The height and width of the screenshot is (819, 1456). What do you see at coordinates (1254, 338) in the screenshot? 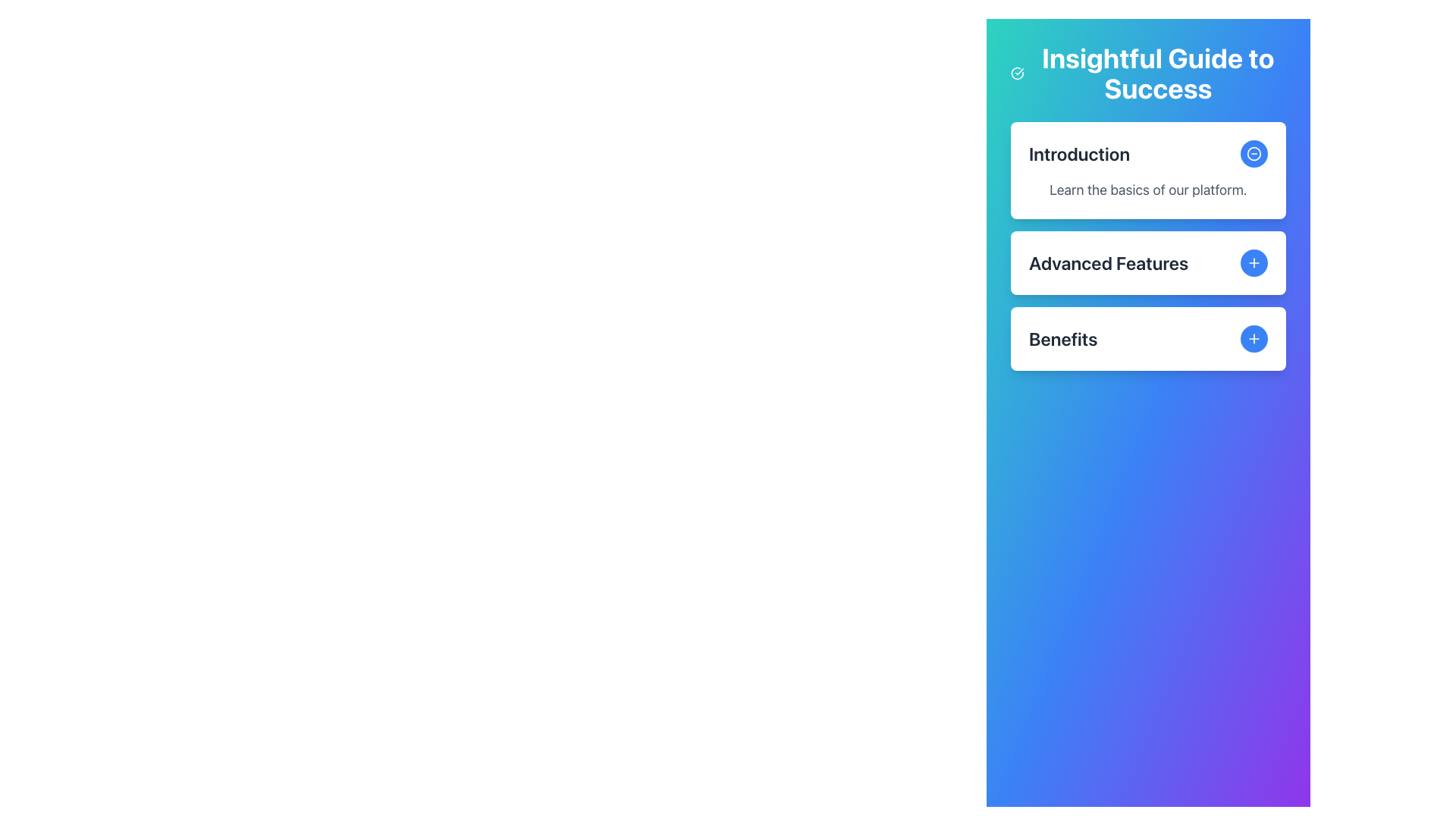
I see `the button located to the right of the 'Benefits' label` at bounding box center [1254, 338].